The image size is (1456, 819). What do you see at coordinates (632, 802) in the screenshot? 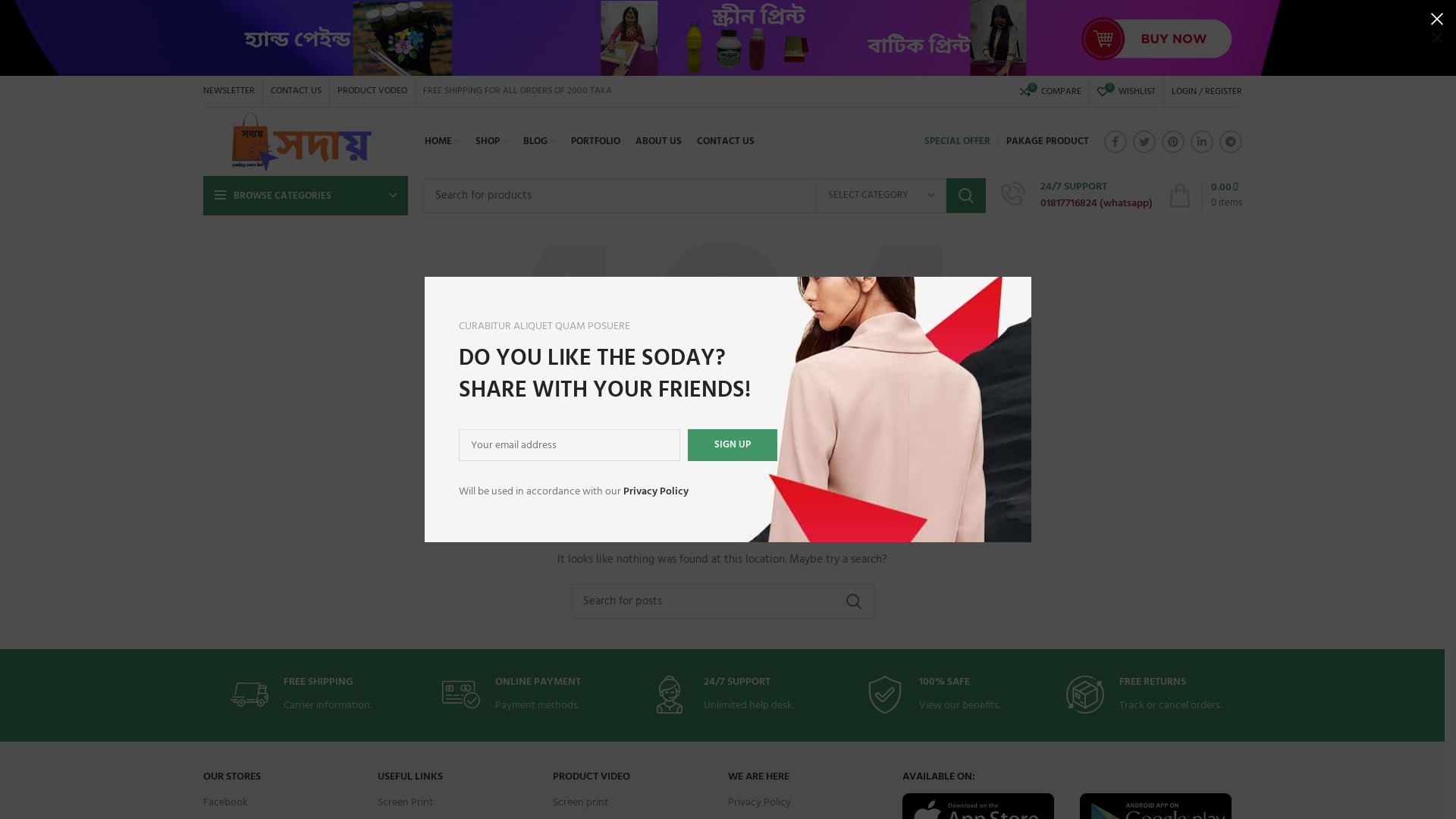
I see `'Screen print'` at bounding box center [632, 802].